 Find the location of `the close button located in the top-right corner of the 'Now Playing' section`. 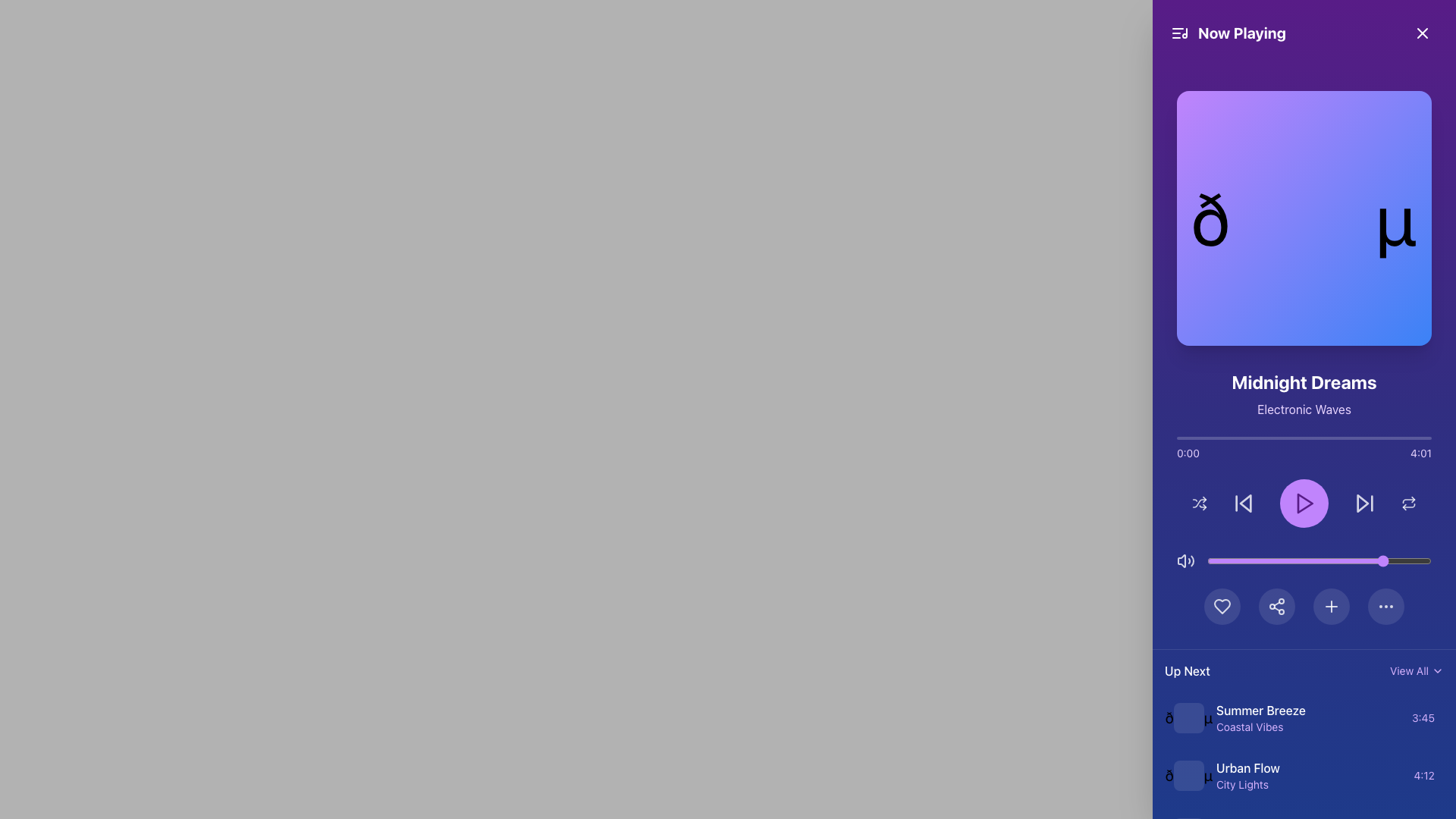

the close button located in the top-right corner of the 'Now Playing' section is located at coordinates (1422, 33).